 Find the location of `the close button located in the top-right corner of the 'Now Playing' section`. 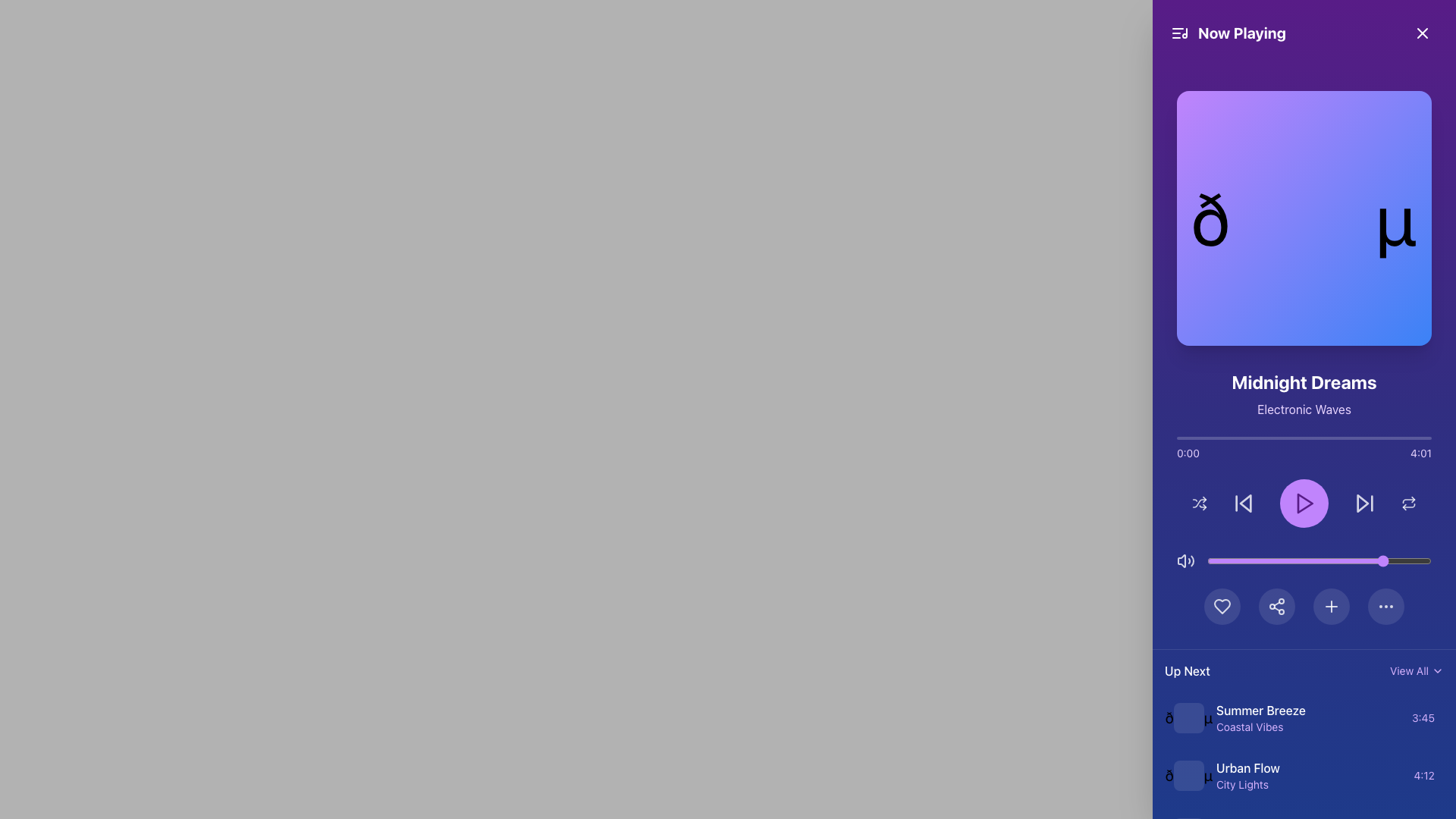

the close button located in the top-right corner of the 'Now Playing' section is located at coordinates (1422, 33).